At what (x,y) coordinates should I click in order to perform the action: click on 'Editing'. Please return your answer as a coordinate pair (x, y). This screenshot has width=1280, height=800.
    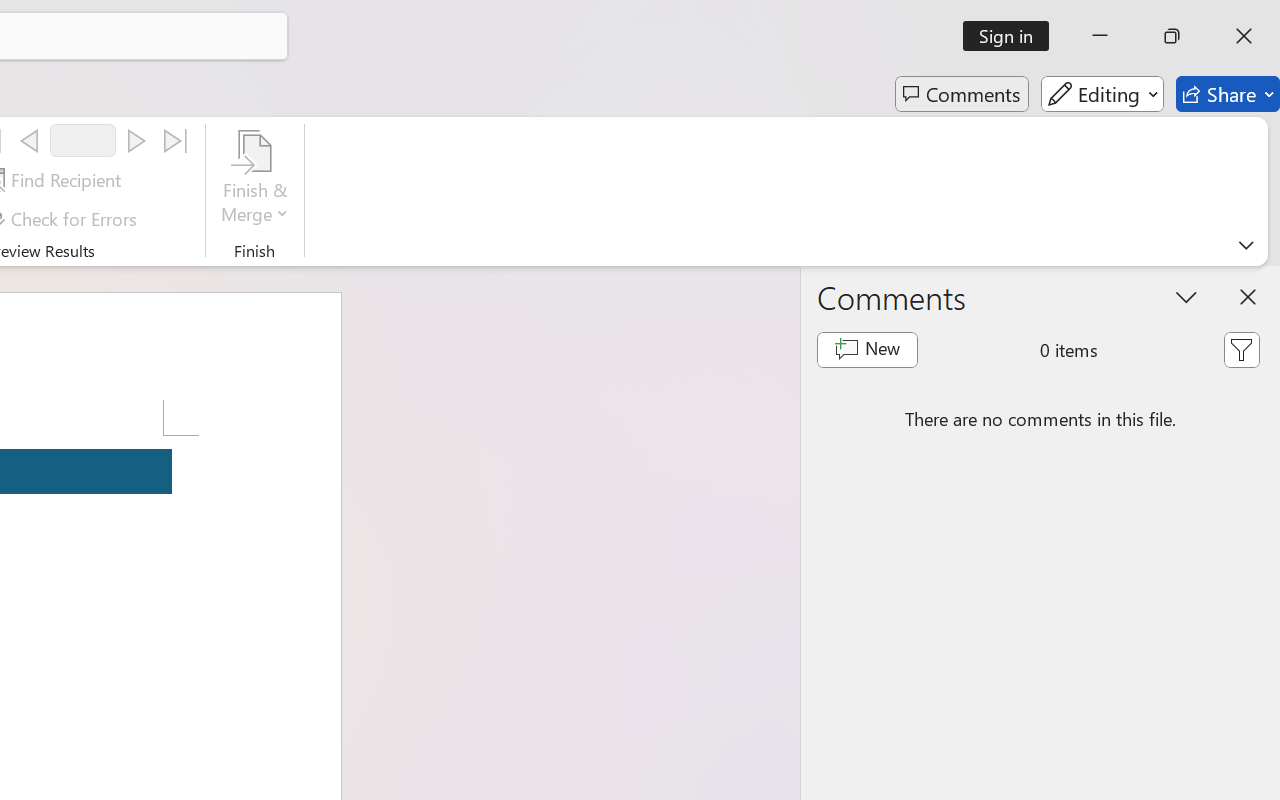
    Looking at the image, I should click on (1101, 94).